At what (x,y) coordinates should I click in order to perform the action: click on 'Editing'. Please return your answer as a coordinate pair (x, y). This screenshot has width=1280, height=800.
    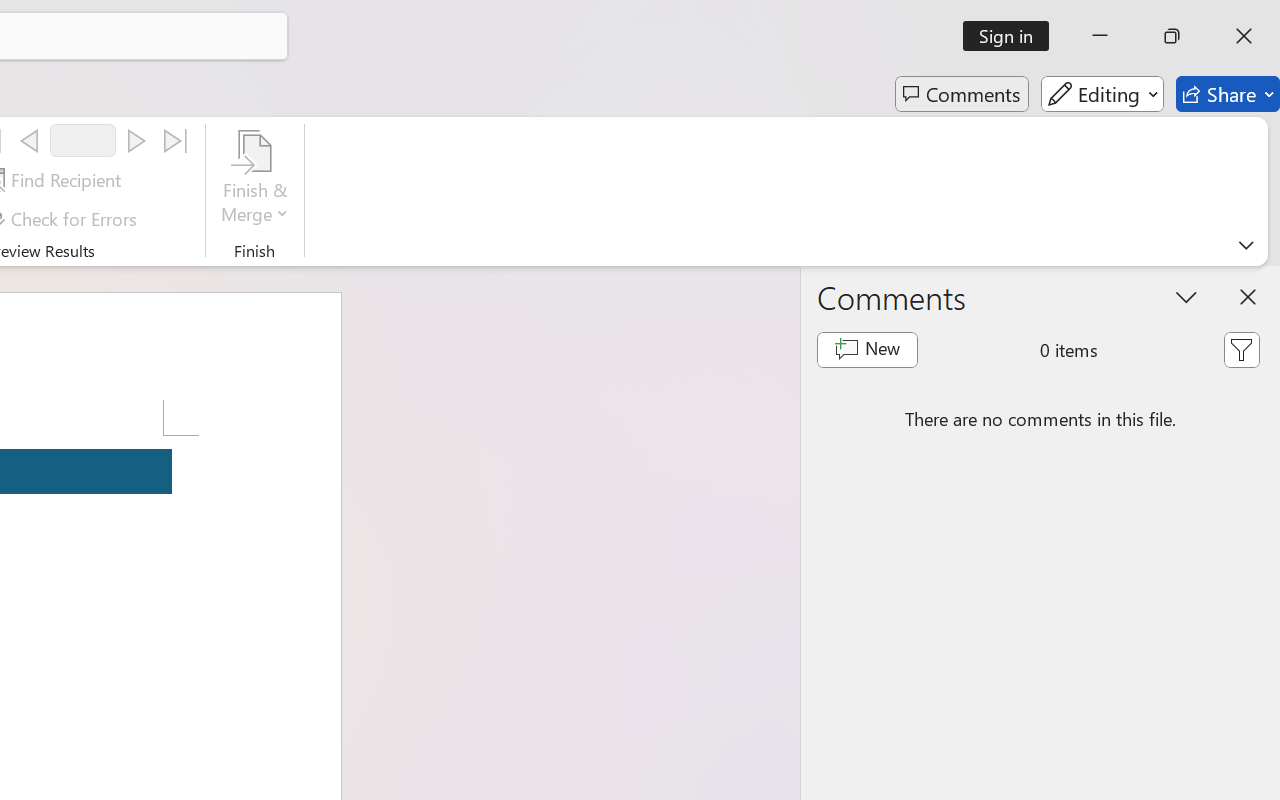
    Looking at the image, I should click on (1101, 94).